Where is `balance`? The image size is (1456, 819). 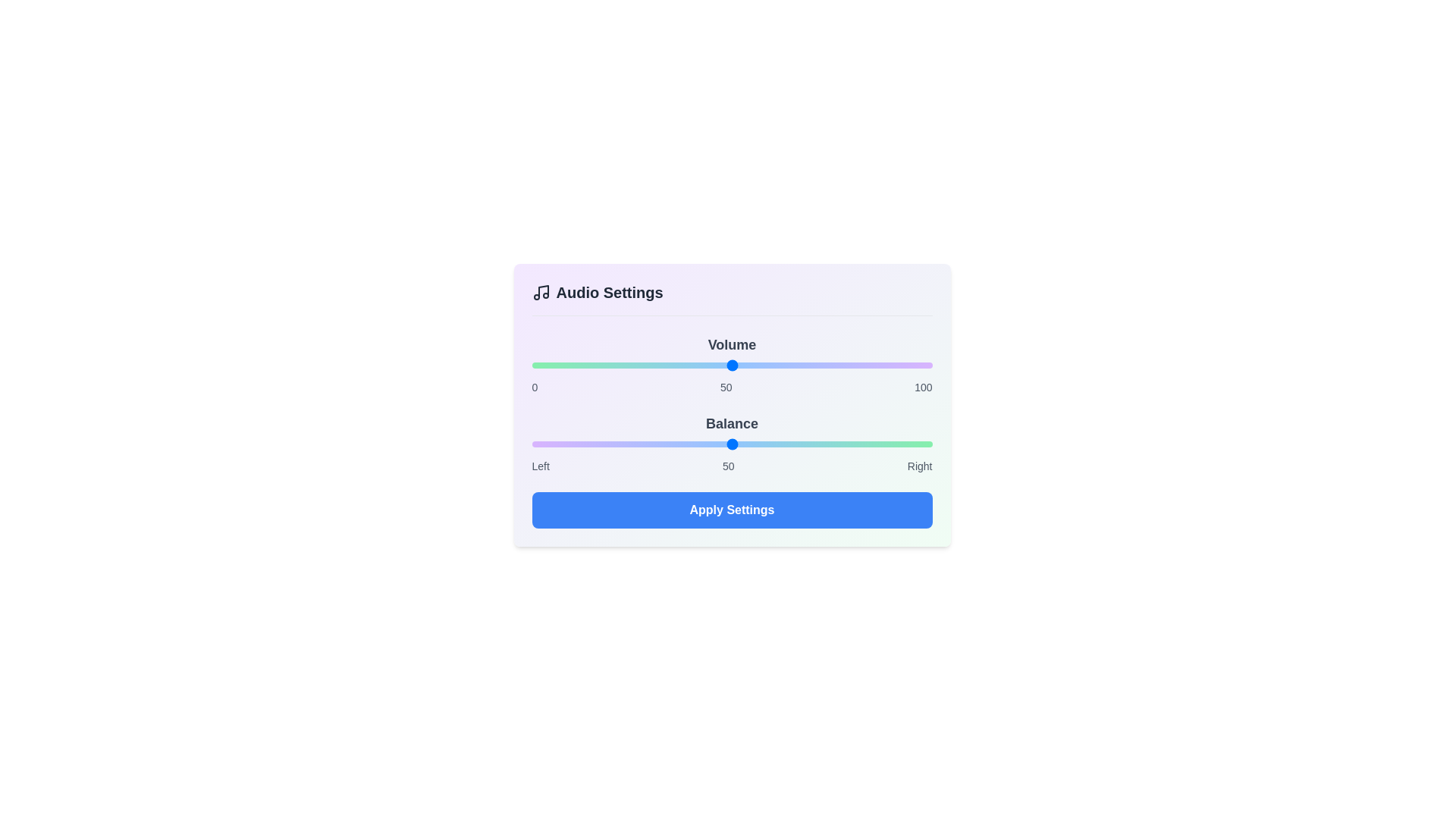 balance is located at coordinates (671, 444).